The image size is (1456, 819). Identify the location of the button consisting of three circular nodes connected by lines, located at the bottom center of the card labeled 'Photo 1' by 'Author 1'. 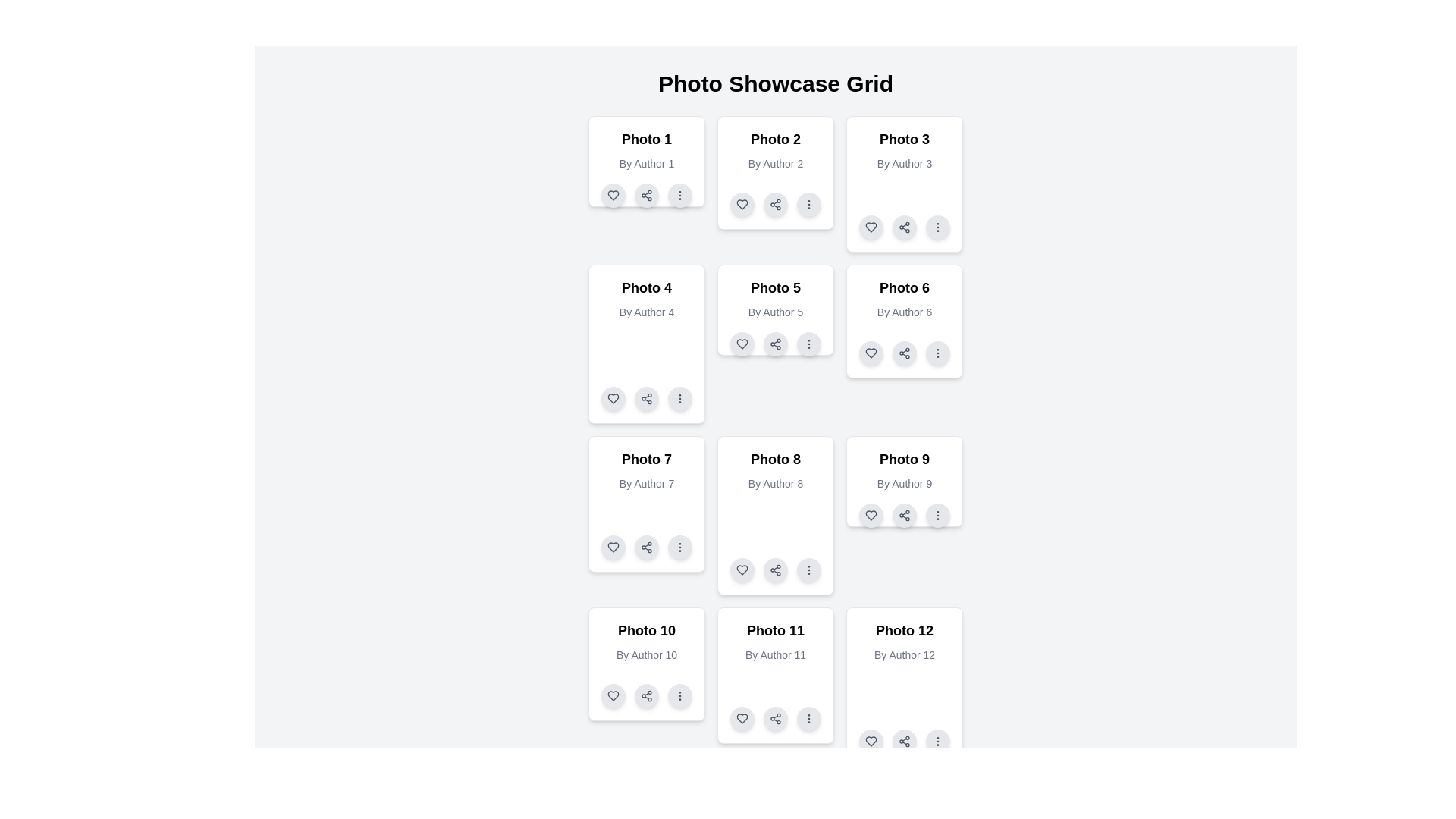
(647, 195).